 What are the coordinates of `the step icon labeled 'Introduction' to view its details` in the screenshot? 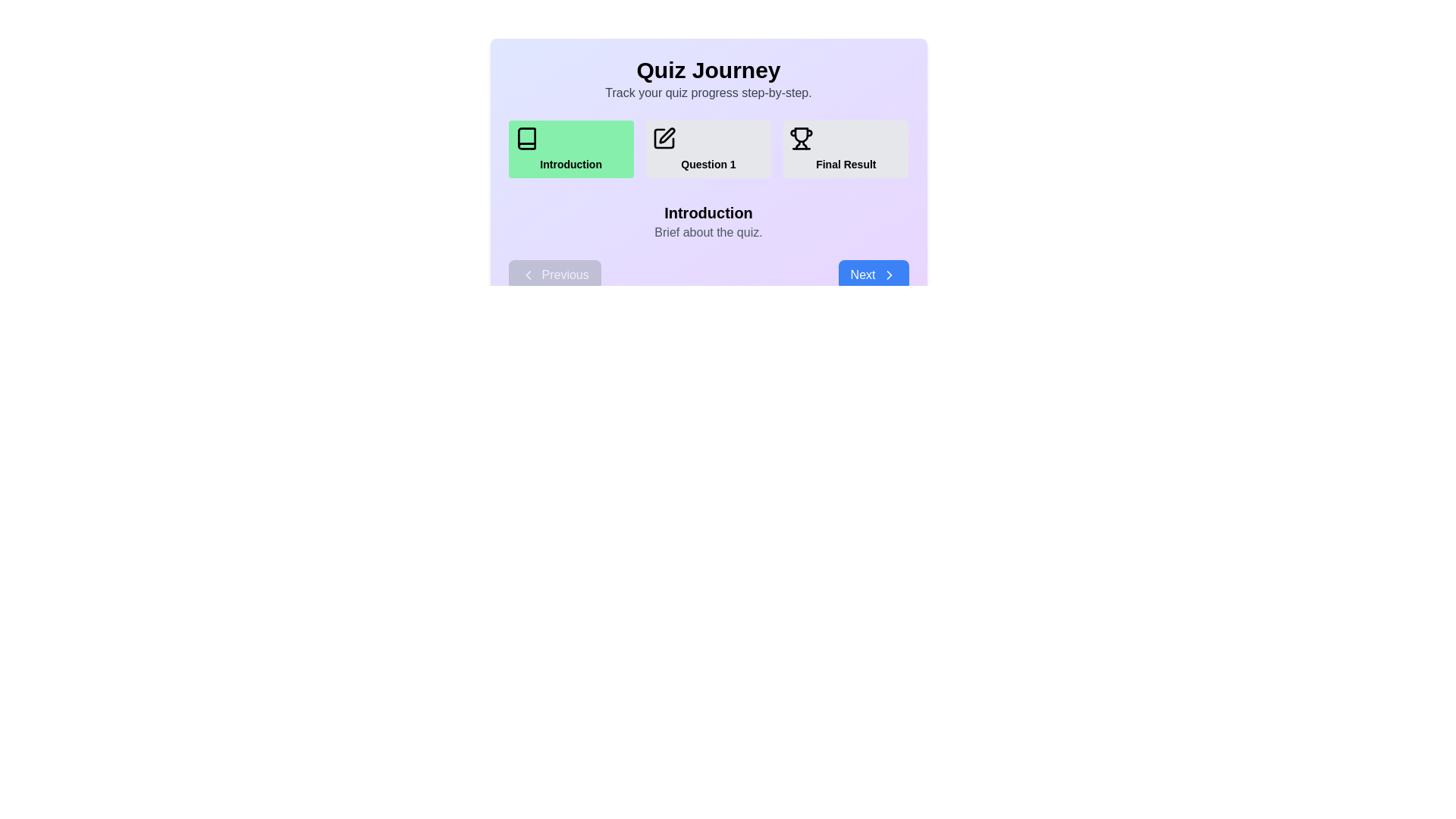 It's located at (570, 149).